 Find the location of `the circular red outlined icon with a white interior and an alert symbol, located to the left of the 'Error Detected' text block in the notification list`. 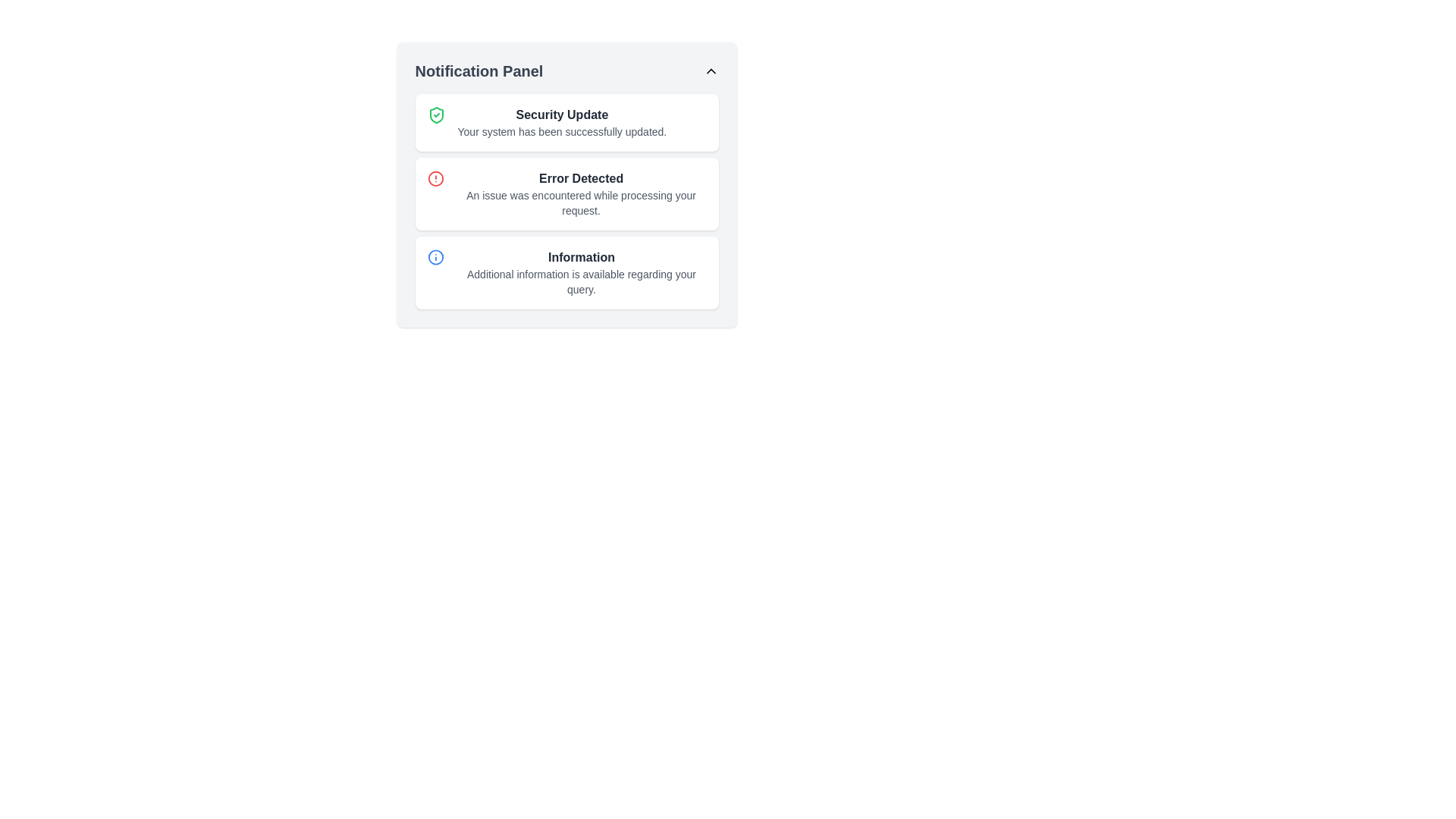

the circular red outlined icon with a white interior and an alert symbol, located to the left of the 'Error Detected' text block in the notification list is located at coordinates (435, 177).